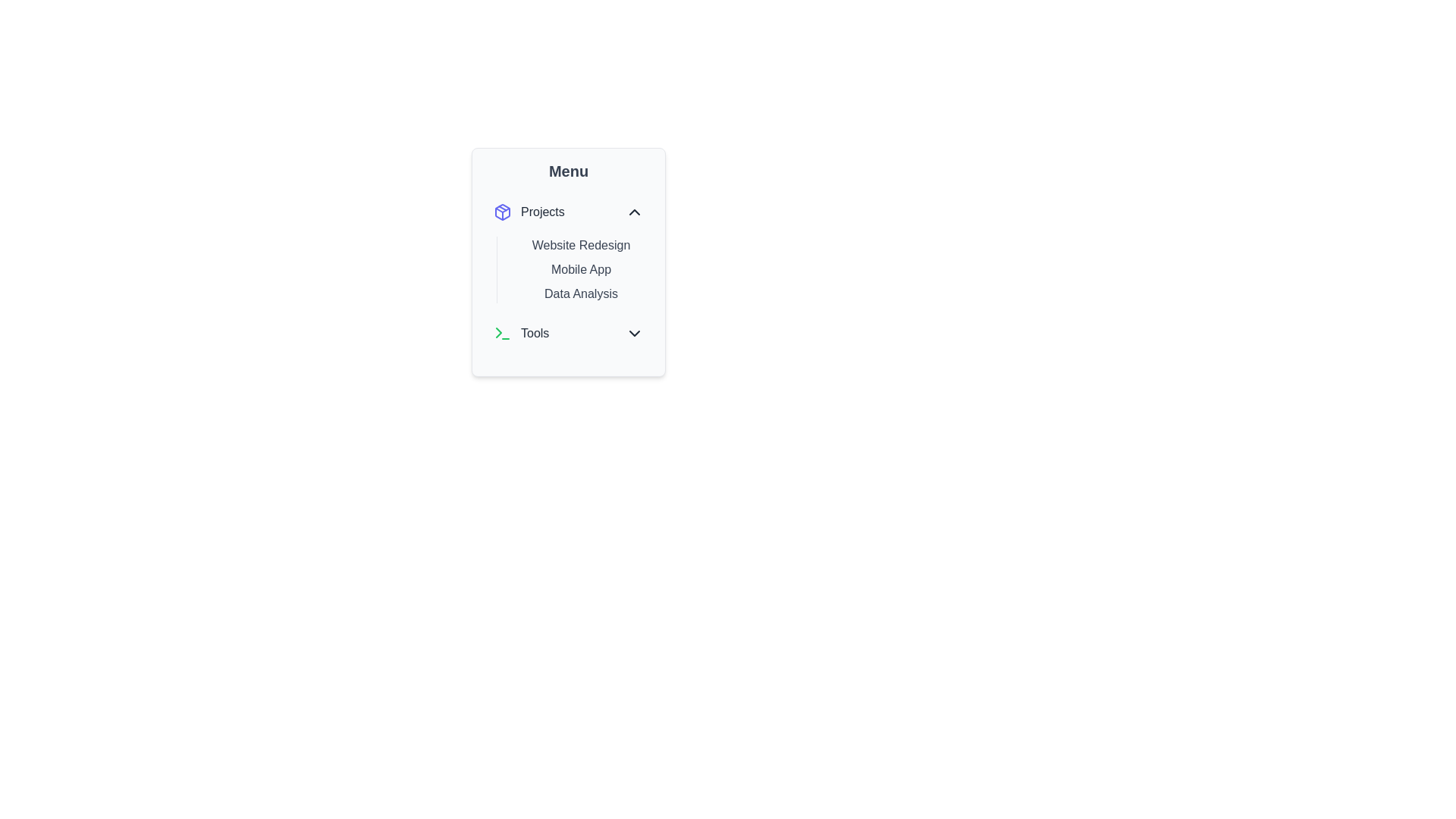 The height and width of the screenshot is (819, 1456). Describe the element at coordinates (529, 212) in the screenshot. I see `the 'Projects' menu item, which is the first item under the 'Menu' header in the top section of the menu` at that location.